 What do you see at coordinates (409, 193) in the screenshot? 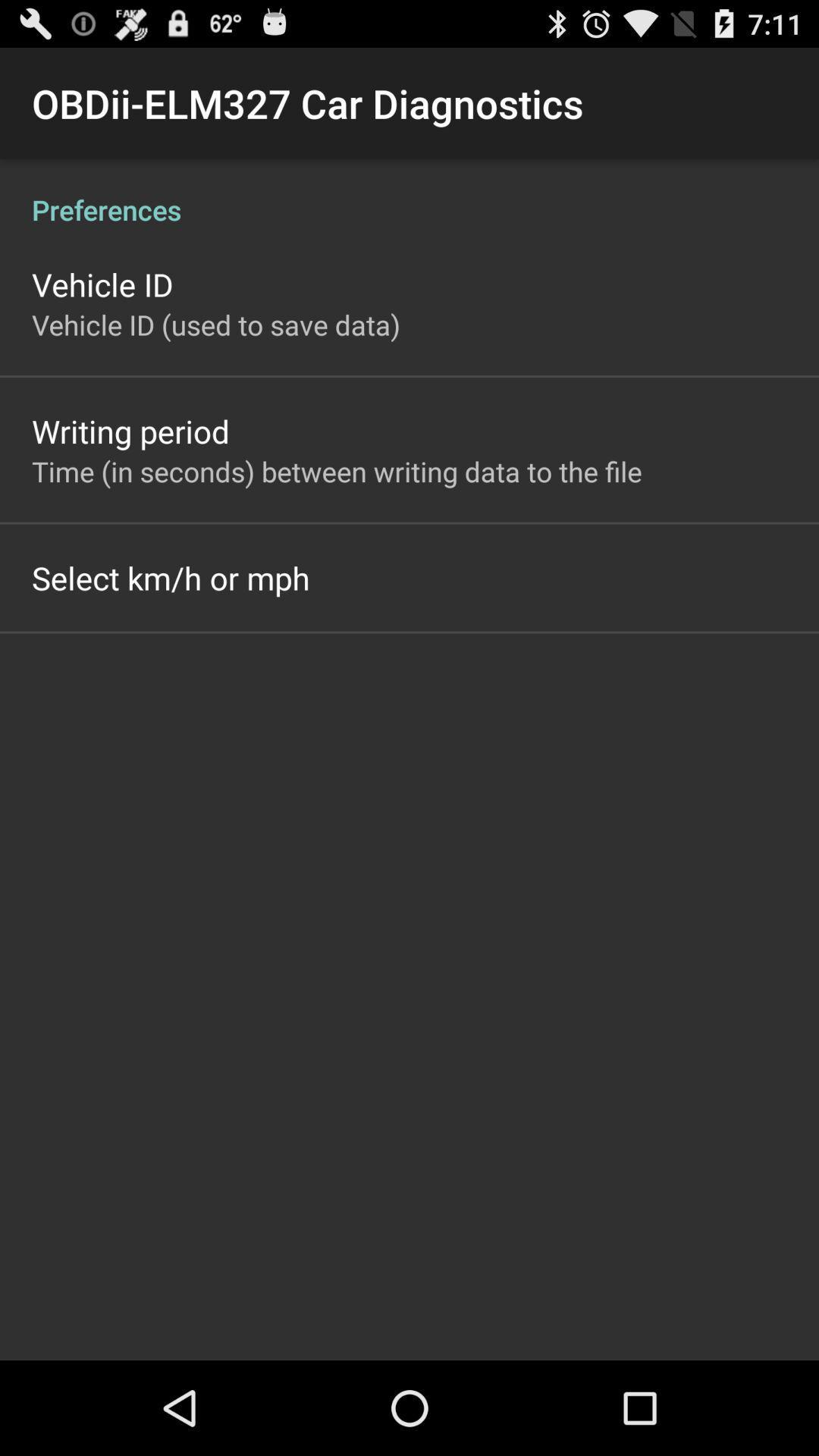
I see `preferences item` at bounding box center [409, 193].